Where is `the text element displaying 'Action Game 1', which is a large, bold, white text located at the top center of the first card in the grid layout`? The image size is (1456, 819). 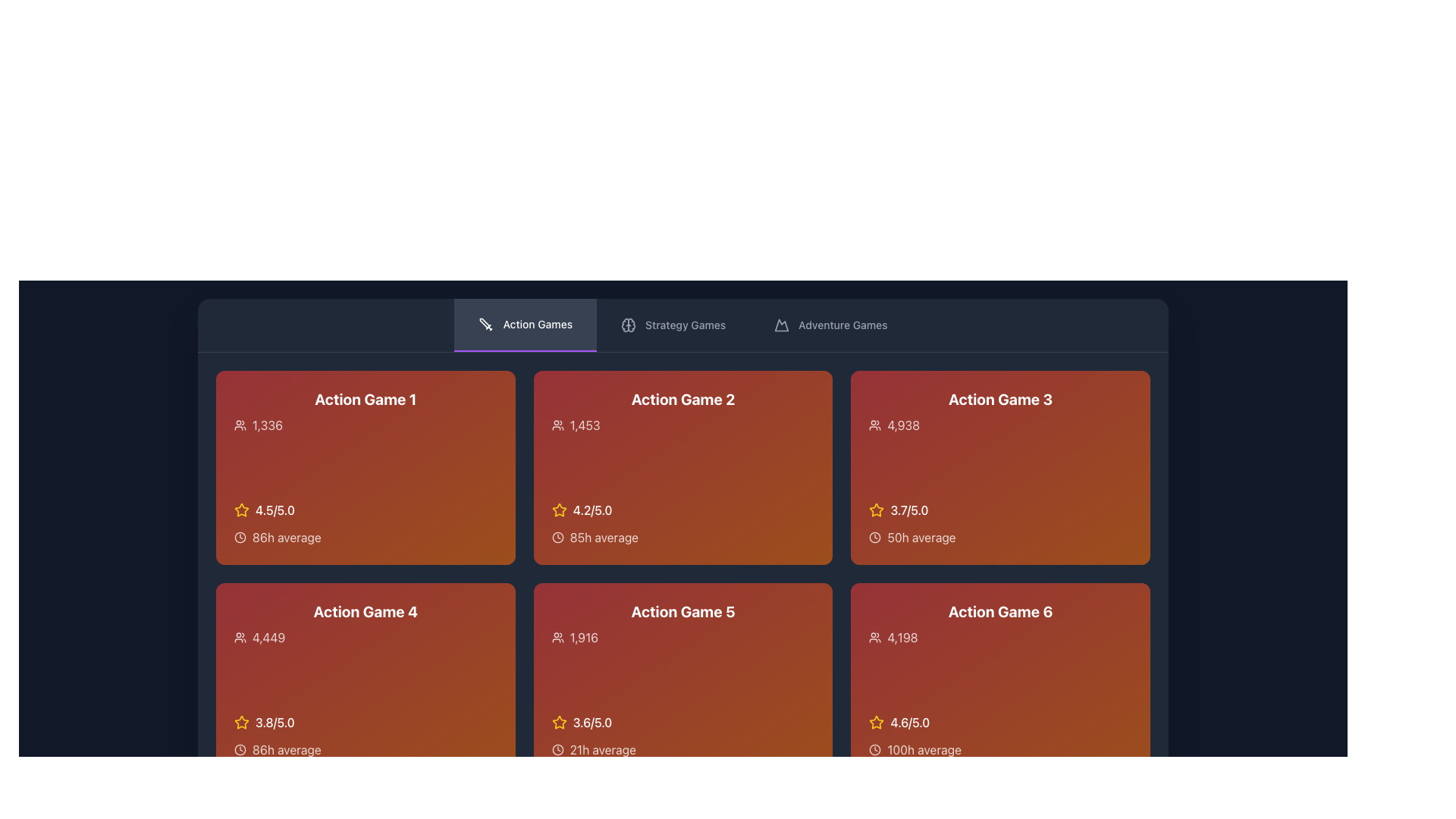 the text element displaying 'Action Game 1', which is a large, bold, white text located at the top center of the first card in the grid layout is located at coordinates (366, 399).